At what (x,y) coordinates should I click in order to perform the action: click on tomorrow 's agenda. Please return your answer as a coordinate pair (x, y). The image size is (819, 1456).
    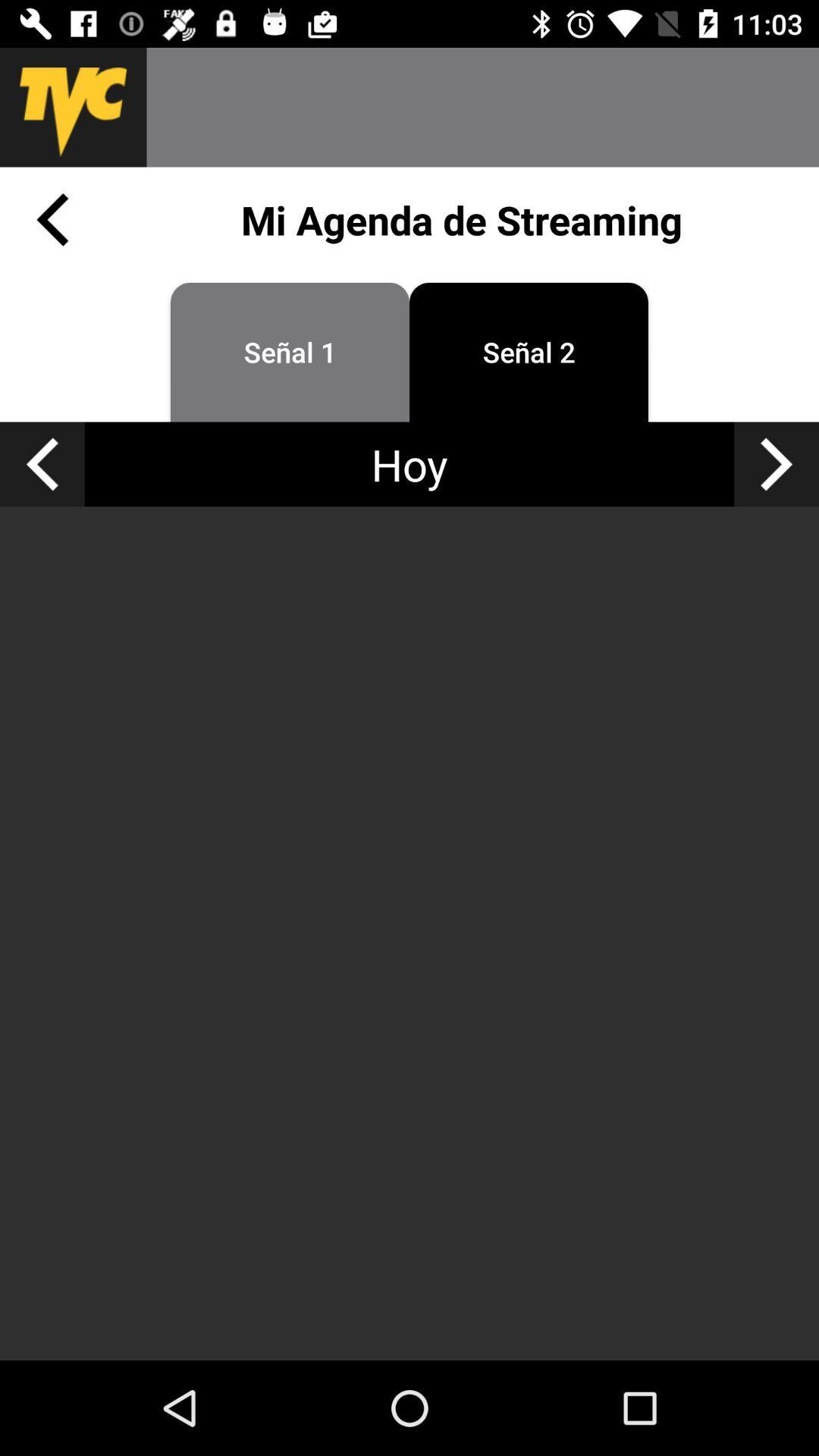
    Looking at the image, I should click on (777, 463).